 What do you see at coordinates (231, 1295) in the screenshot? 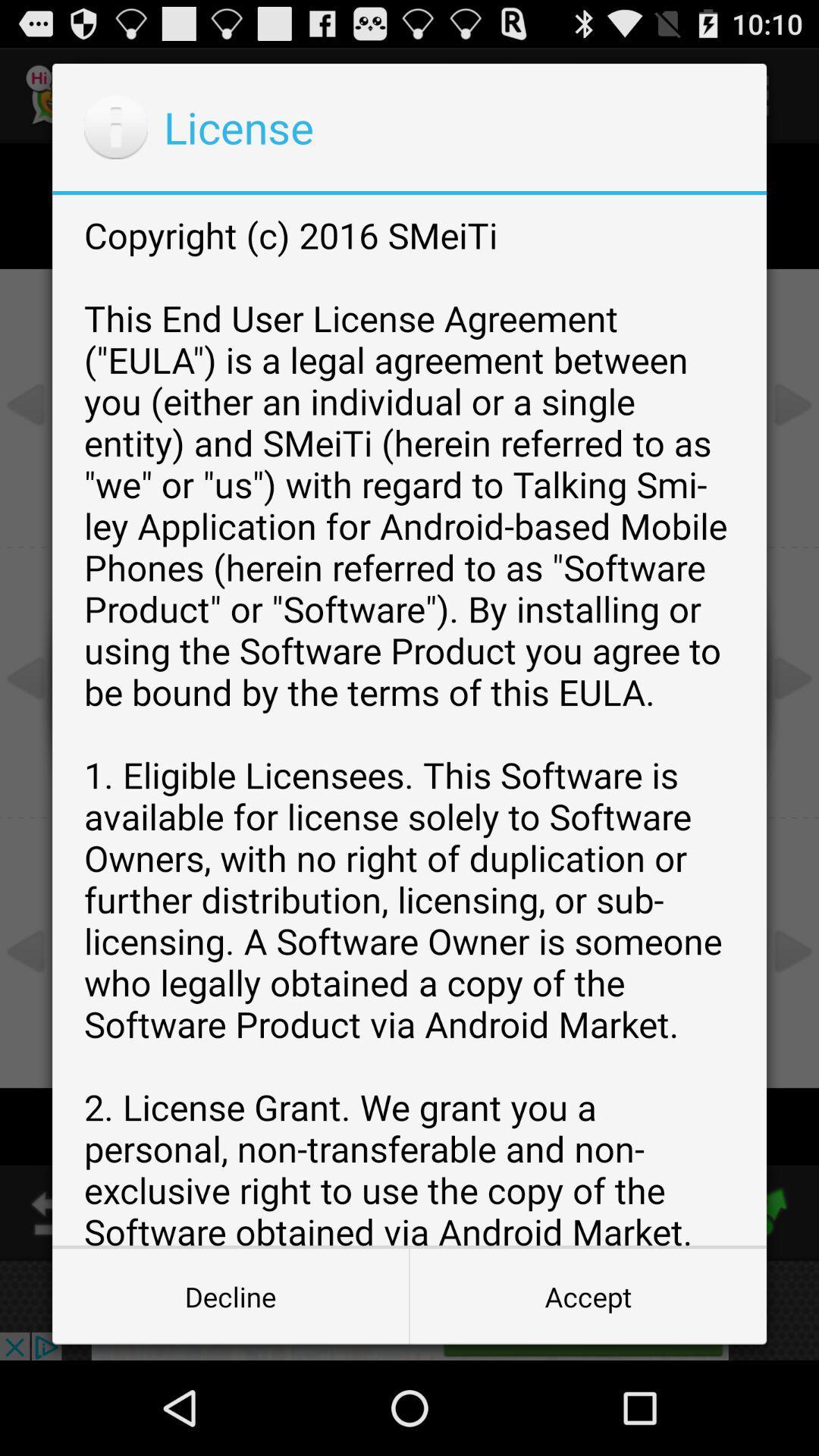
I see `the decline icon` at bounding box center [231, 1295].